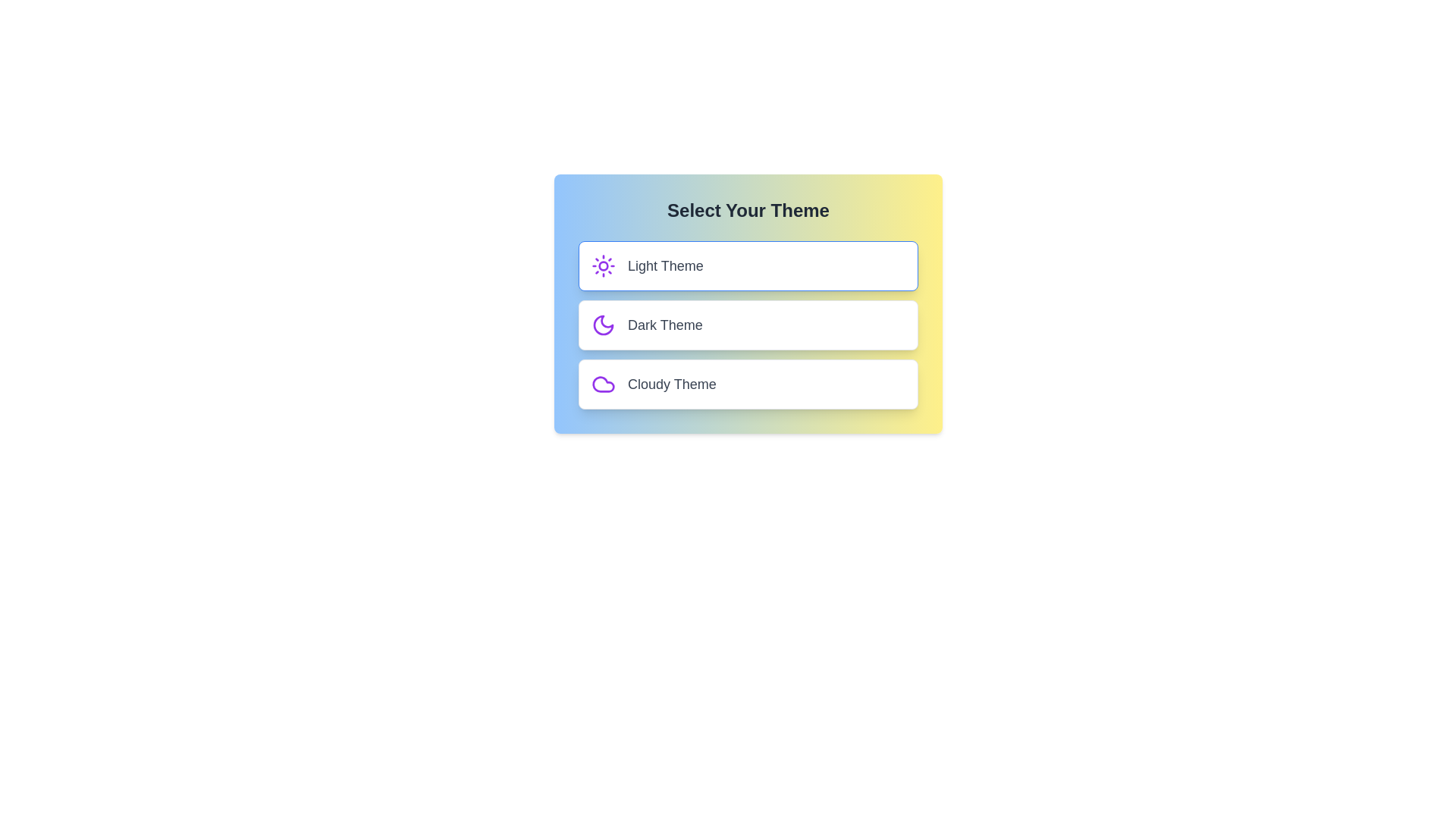 Image resolution: width=1456 pixels, height=819 pixels. What do you see at coordinates (748, 210) in the screenshot?
I see `the title text label that clarifies the purpose of the interface for choosing a theme, positioned at the top of the gradient box` at bounding box center [748, 210].